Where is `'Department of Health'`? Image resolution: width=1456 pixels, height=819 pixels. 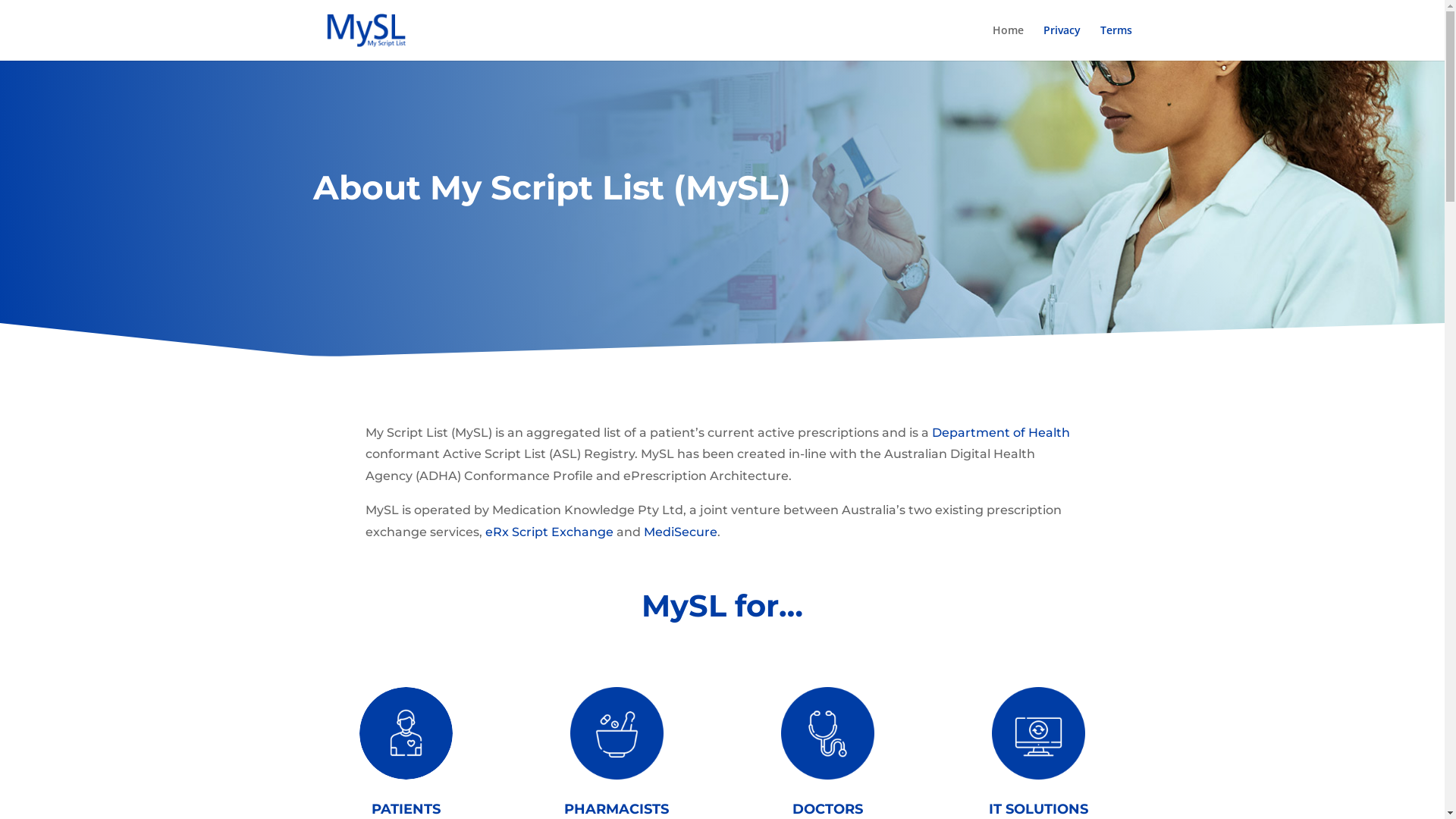
'Department of Health' is located at coordinates (1000, 432).